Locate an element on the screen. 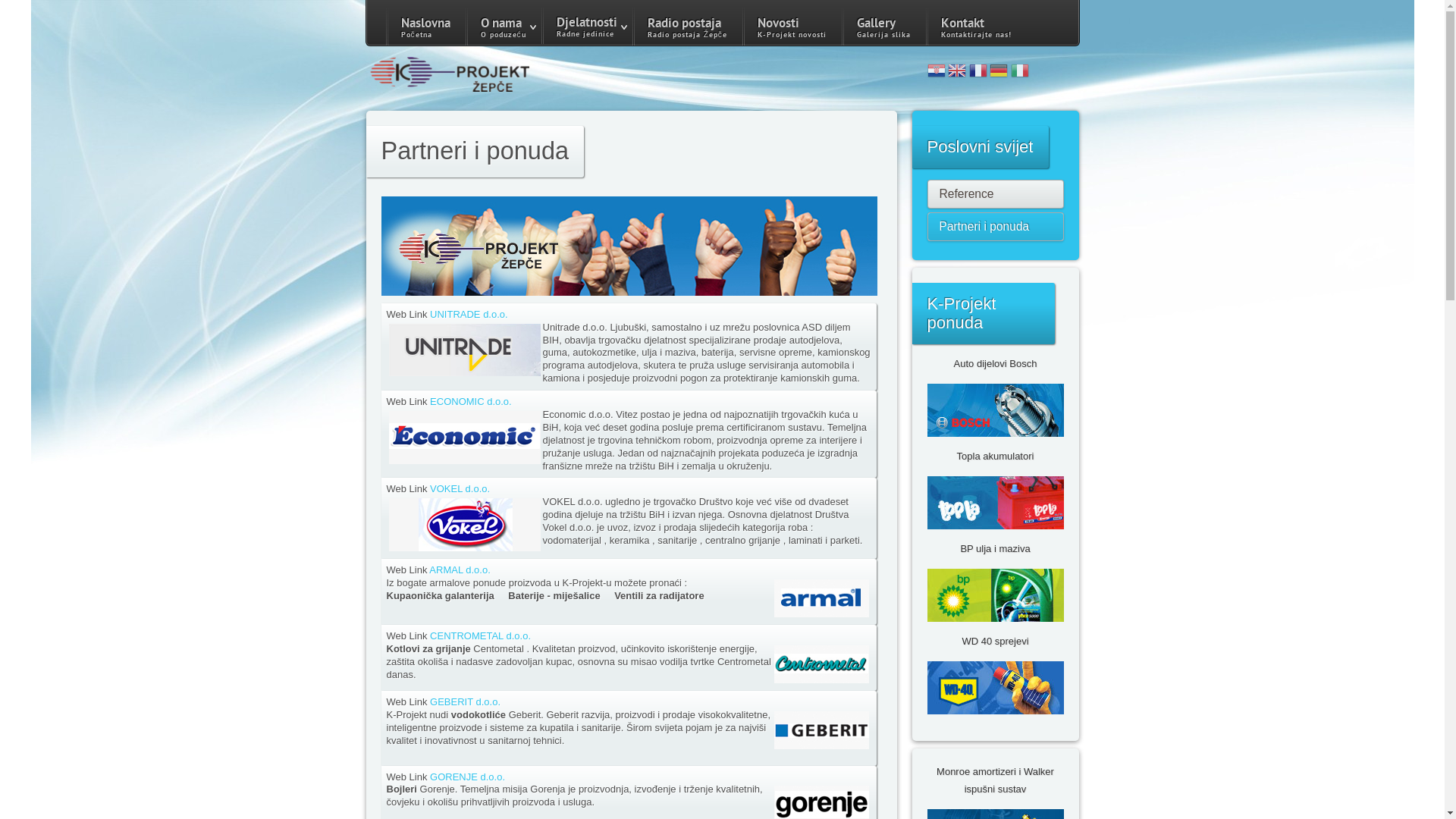 This screenshot has width=1456, height=819. 'Gallery is located at coordinates (883, 26).